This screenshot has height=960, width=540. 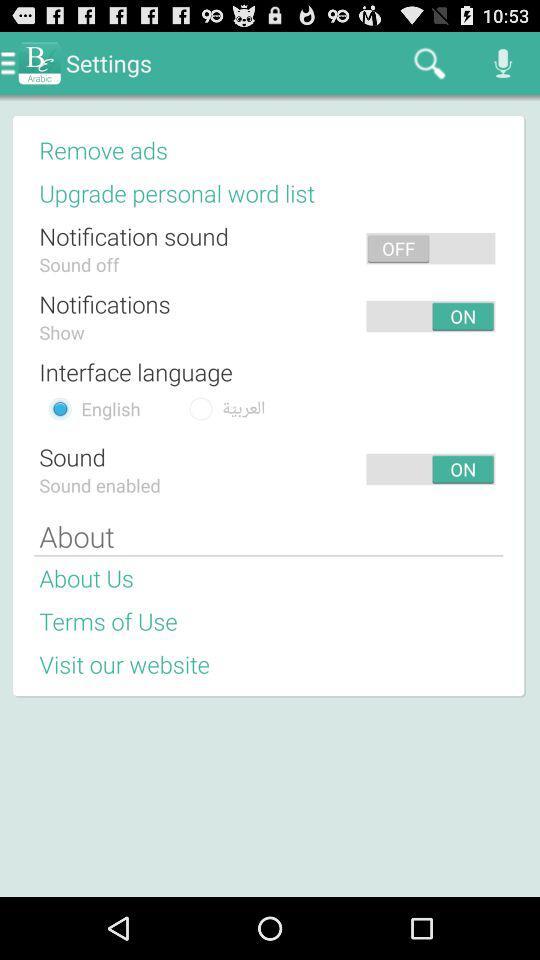 What do you see at coordinates (60, 407) in the screenshot?
I see `preferred language` at bounding box center [60, 407].